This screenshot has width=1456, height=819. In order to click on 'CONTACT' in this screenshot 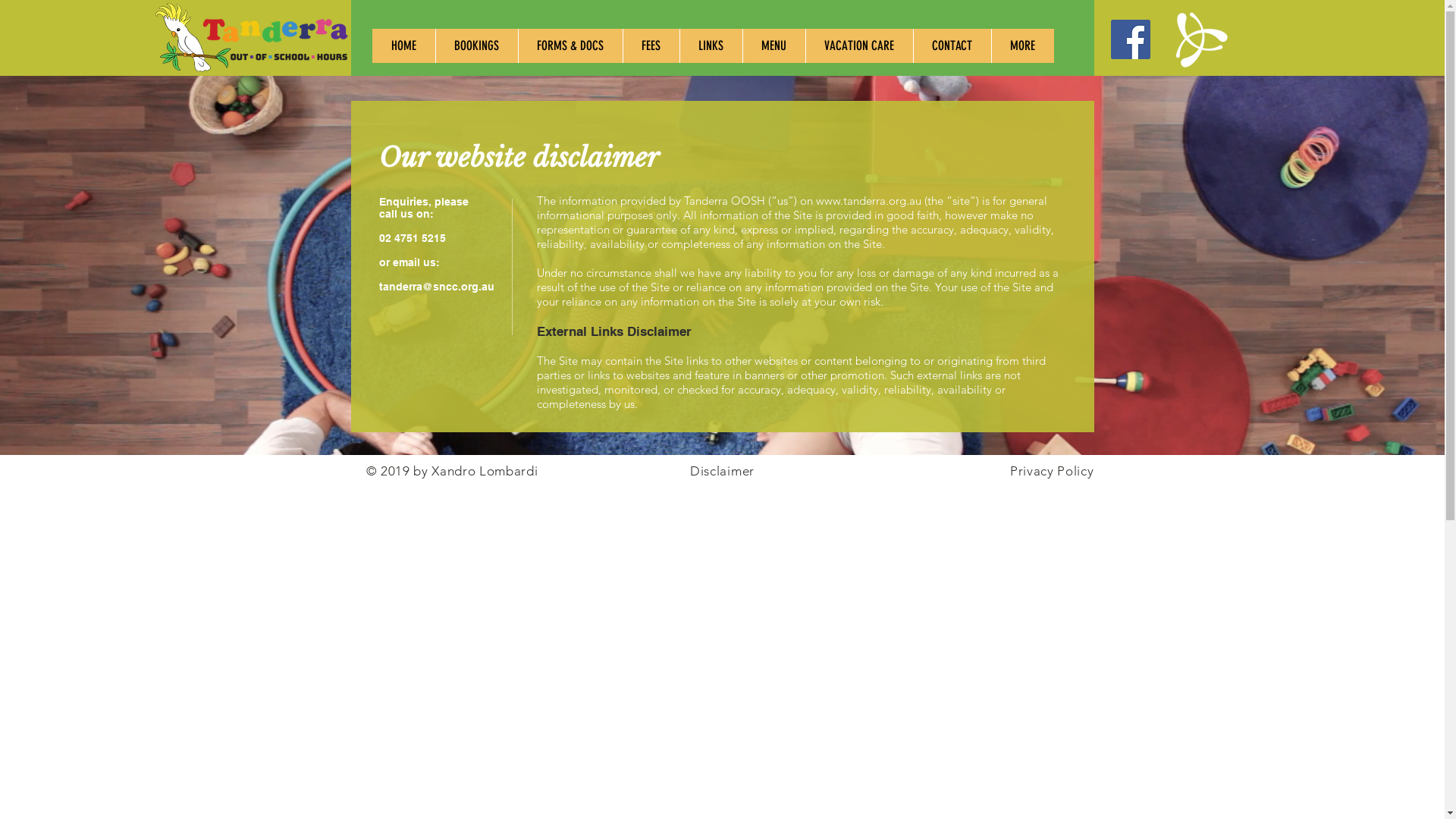, I will do `click(951, 45)`.